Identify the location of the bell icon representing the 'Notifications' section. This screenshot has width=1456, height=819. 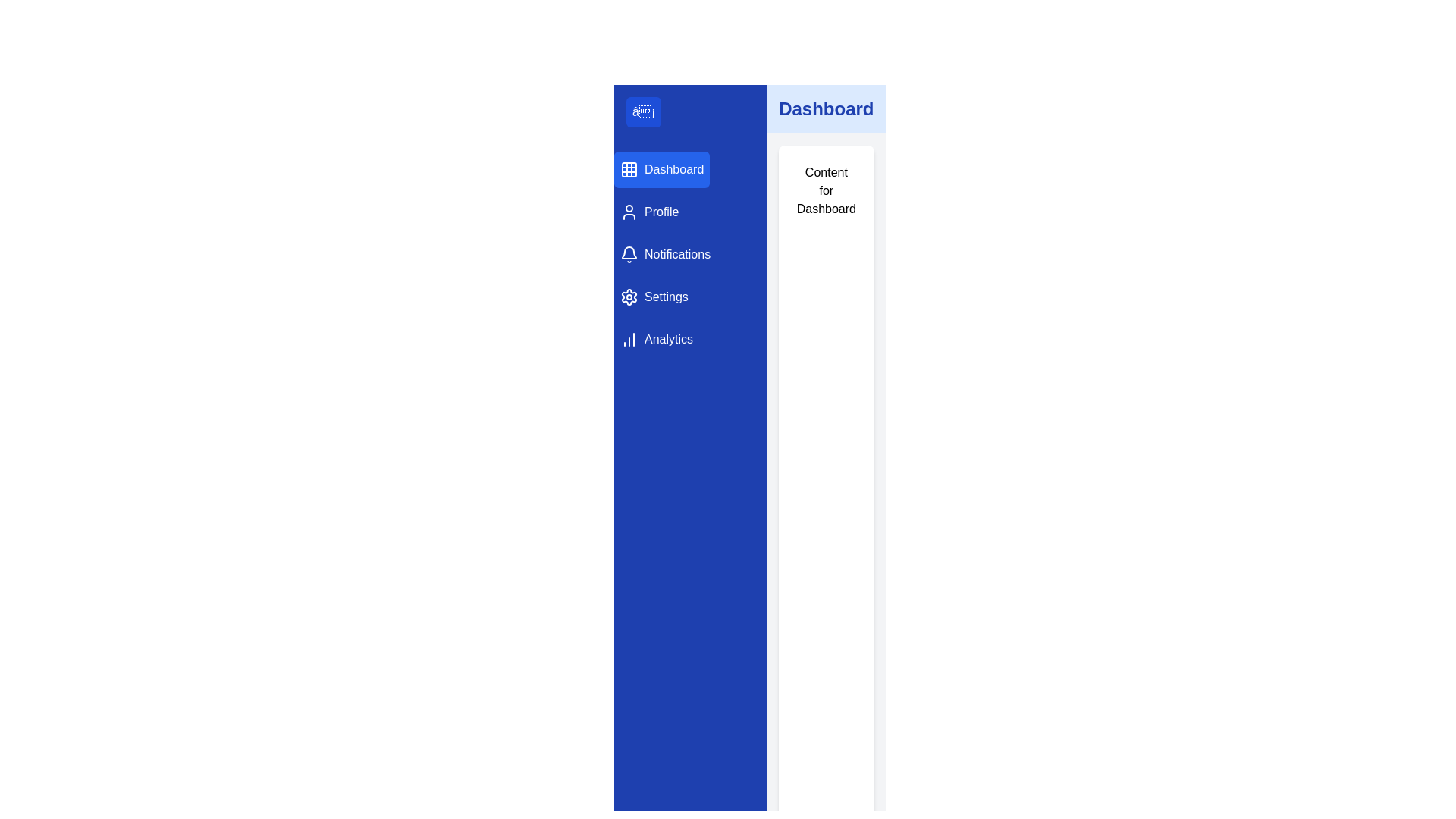
(629, 253).